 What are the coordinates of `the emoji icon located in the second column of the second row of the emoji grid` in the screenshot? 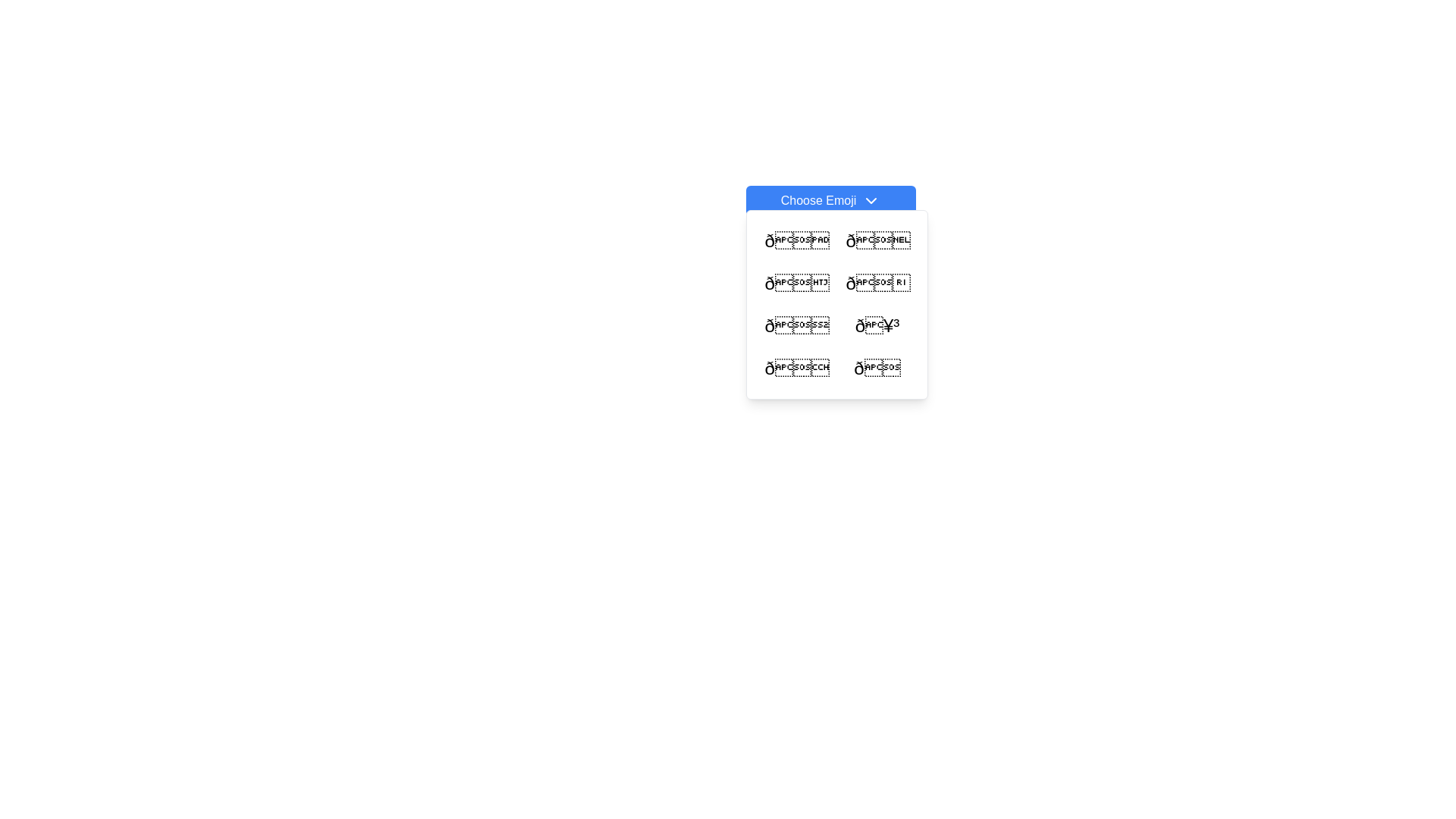 It's located at (877, 284).